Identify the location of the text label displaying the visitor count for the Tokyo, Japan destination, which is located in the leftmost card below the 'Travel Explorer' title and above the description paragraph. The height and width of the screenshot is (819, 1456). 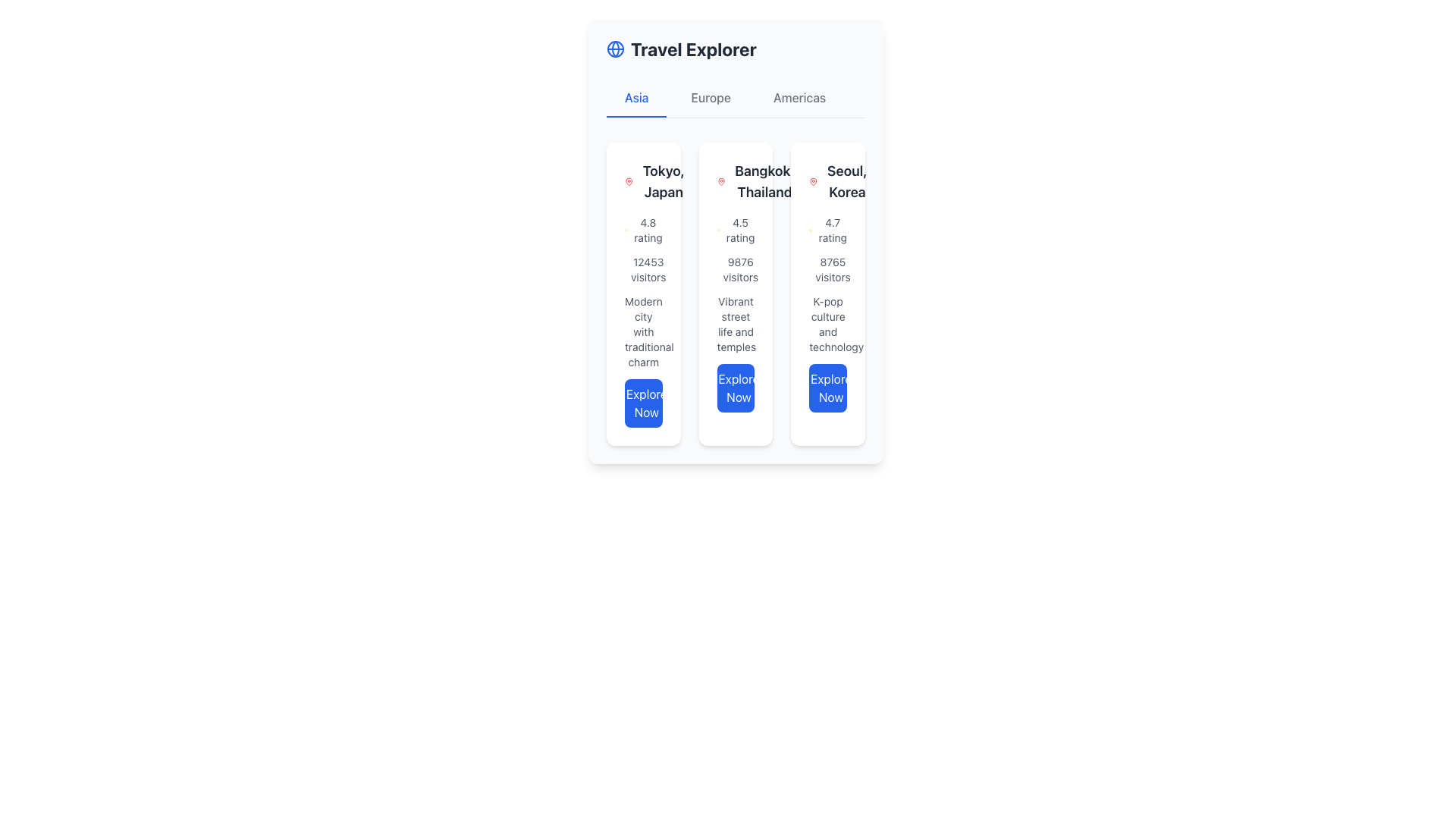
(648, 268).